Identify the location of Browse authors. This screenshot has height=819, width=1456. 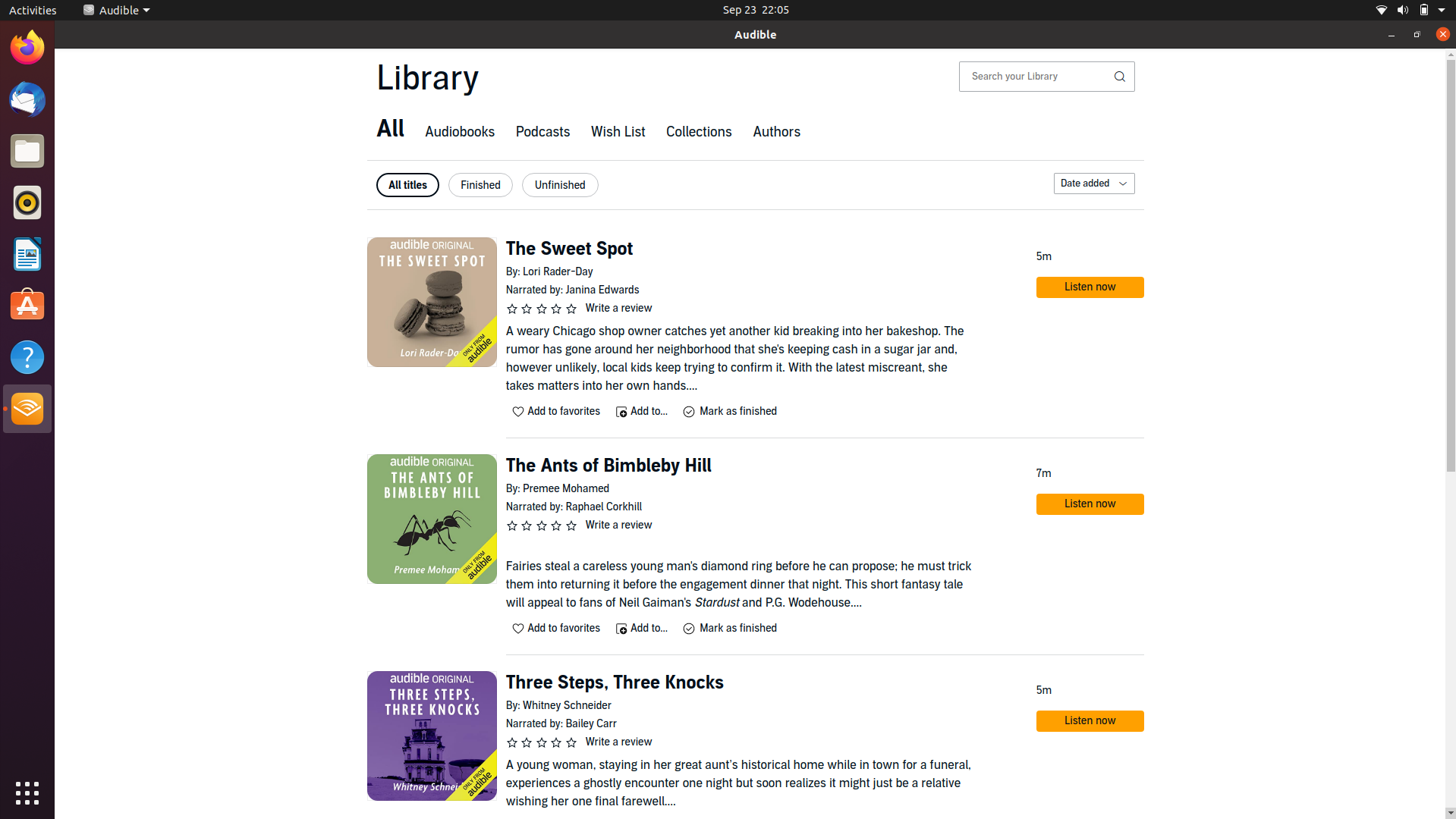
(775, 133).